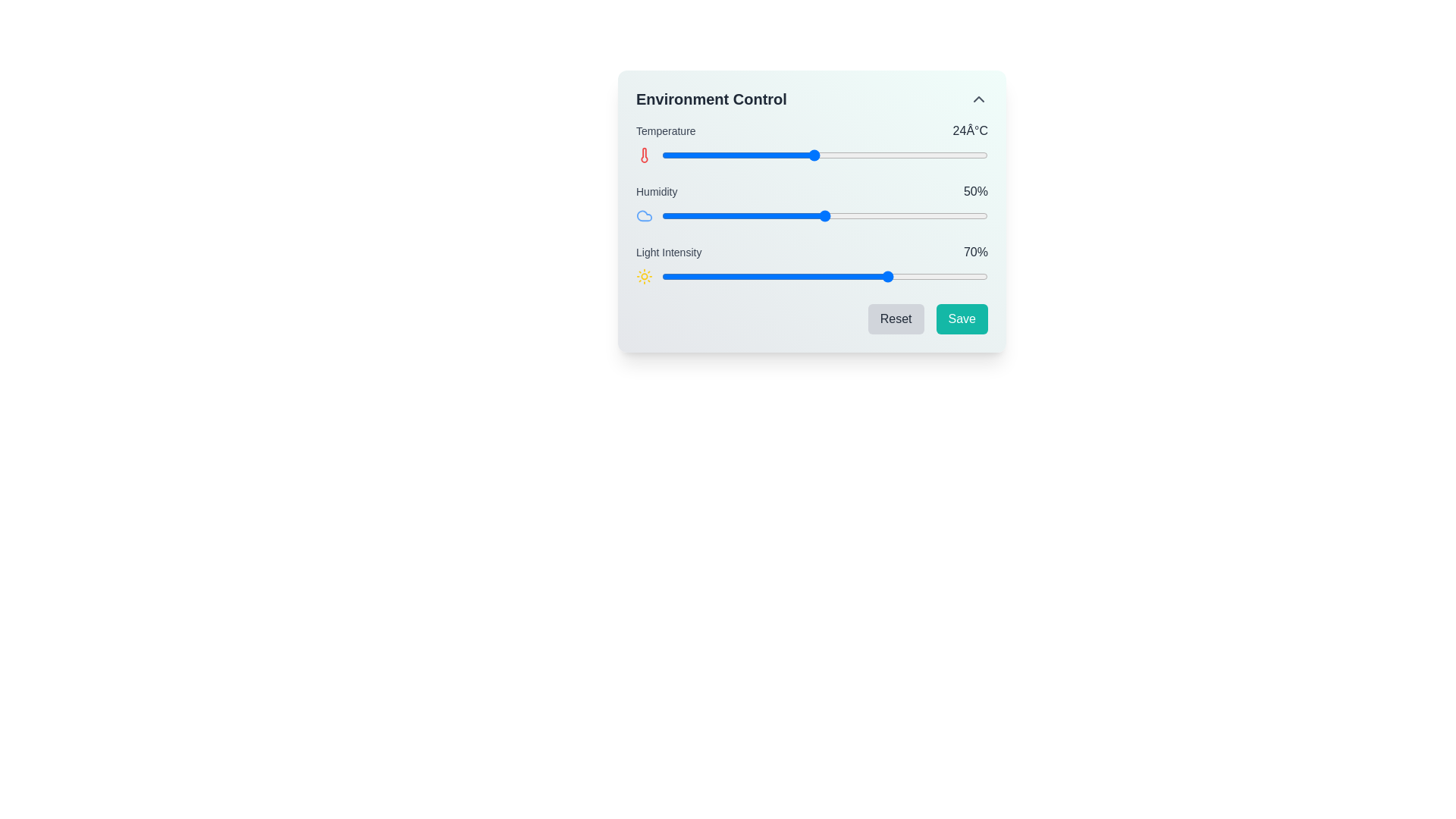 The height and width of the screenshot is (819, 1456). What do you see at coordinates (979, 99) in the screenshot?
I see `the toggle button at the top-right corner of the 'Environment Control' section` at bounding box center [979, 99].